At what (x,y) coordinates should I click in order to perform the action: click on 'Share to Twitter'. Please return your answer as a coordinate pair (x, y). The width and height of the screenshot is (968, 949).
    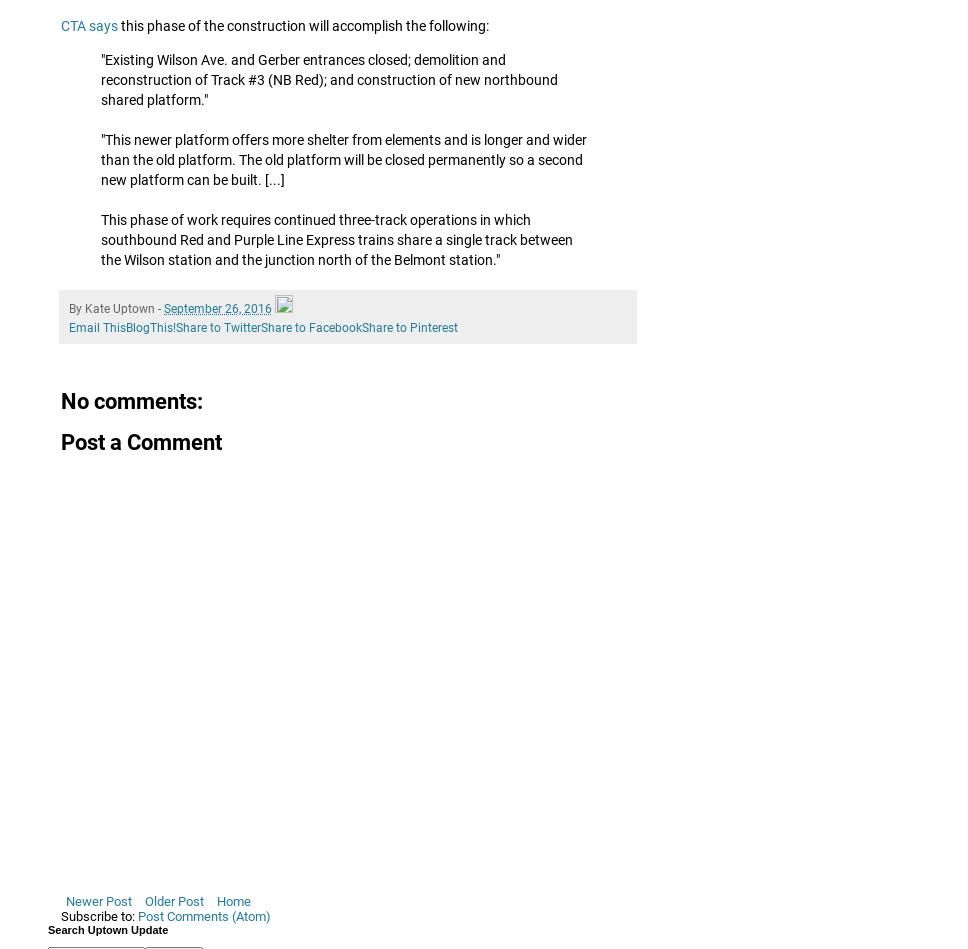
    Looking at the image, I should click on (217, 327).